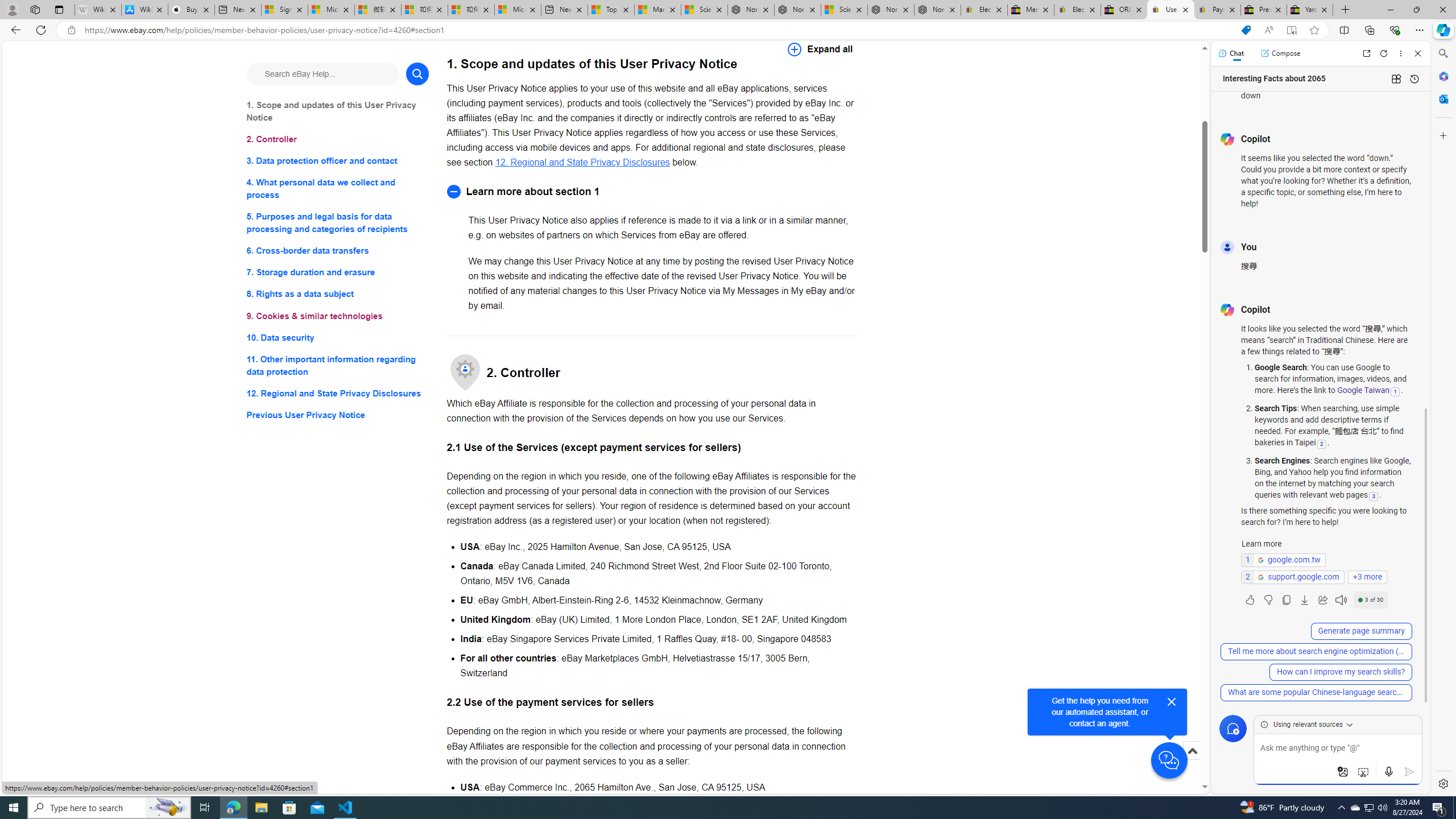 The height and width of the screenshot is (819, 1456). What do you see at coordinates (337, 316) in the screenshot?
I see `'9. Cookies & similar technologies'` at bounding box center [337, 316].